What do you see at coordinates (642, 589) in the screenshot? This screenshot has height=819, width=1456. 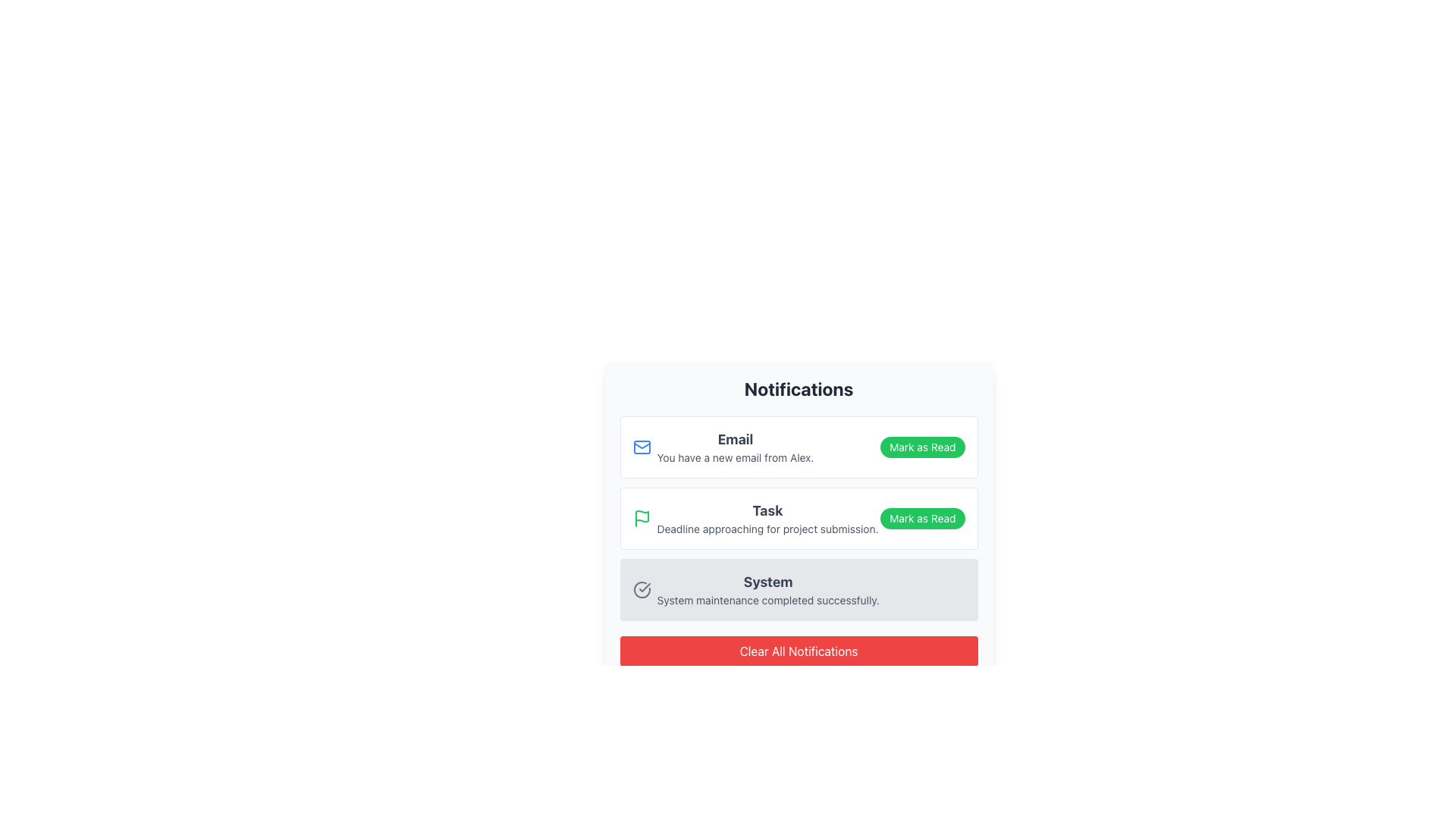 I see `the circular icon with a checkmark inside, which indicates success, located to the left of the notification text stating 'System maintenance completed successfully.'` at bounding box center [642, 589].